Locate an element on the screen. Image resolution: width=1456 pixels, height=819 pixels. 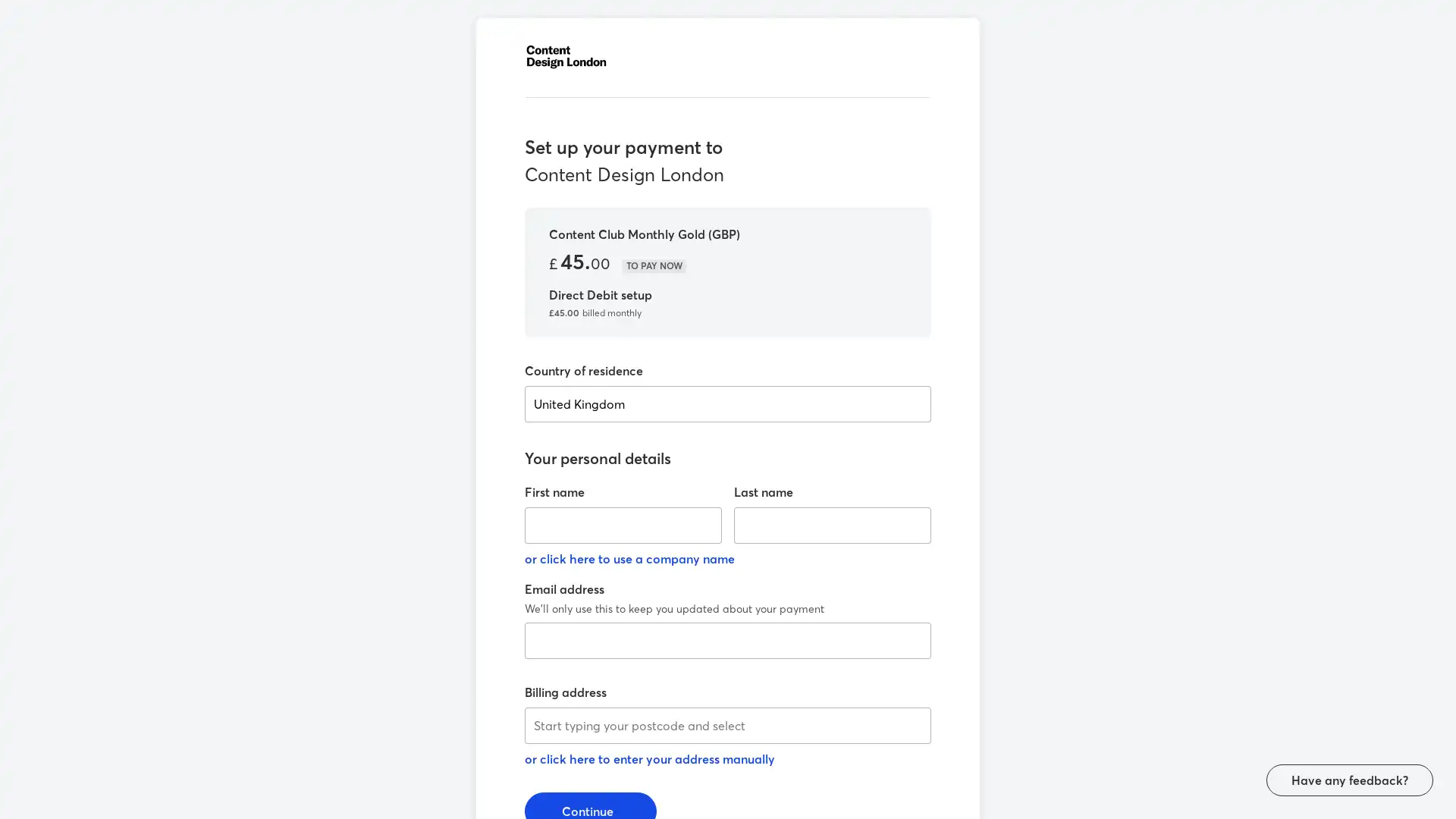
or click here to enter your address manually is located at coordinates (650, 759).